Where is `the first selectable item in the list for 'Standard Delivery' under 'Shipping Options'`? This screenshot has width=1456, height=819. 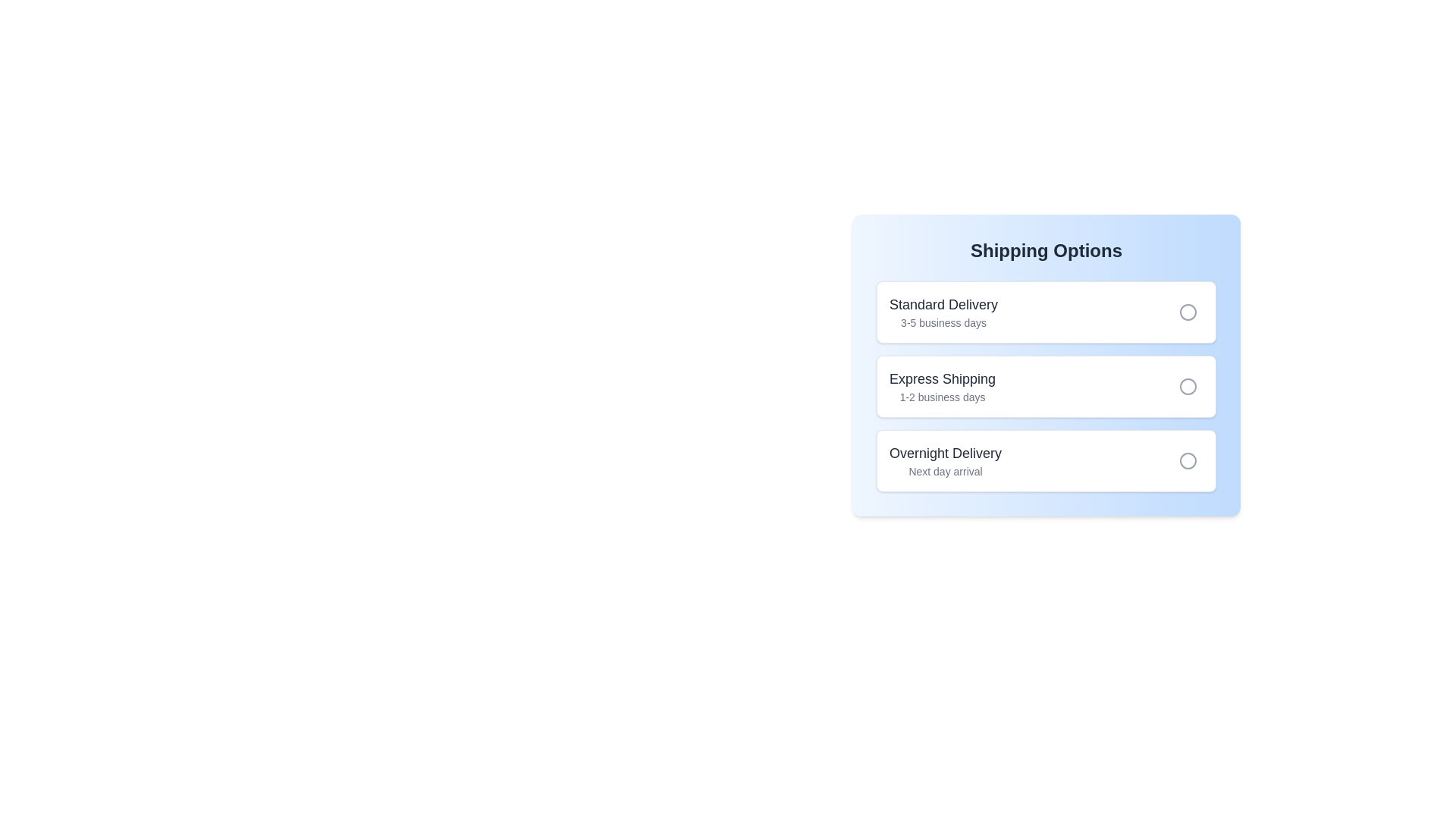 the first selectable item in the list for 'Standard Delivery' under 'Shipping Options' is located at coordinates (1046, 312).